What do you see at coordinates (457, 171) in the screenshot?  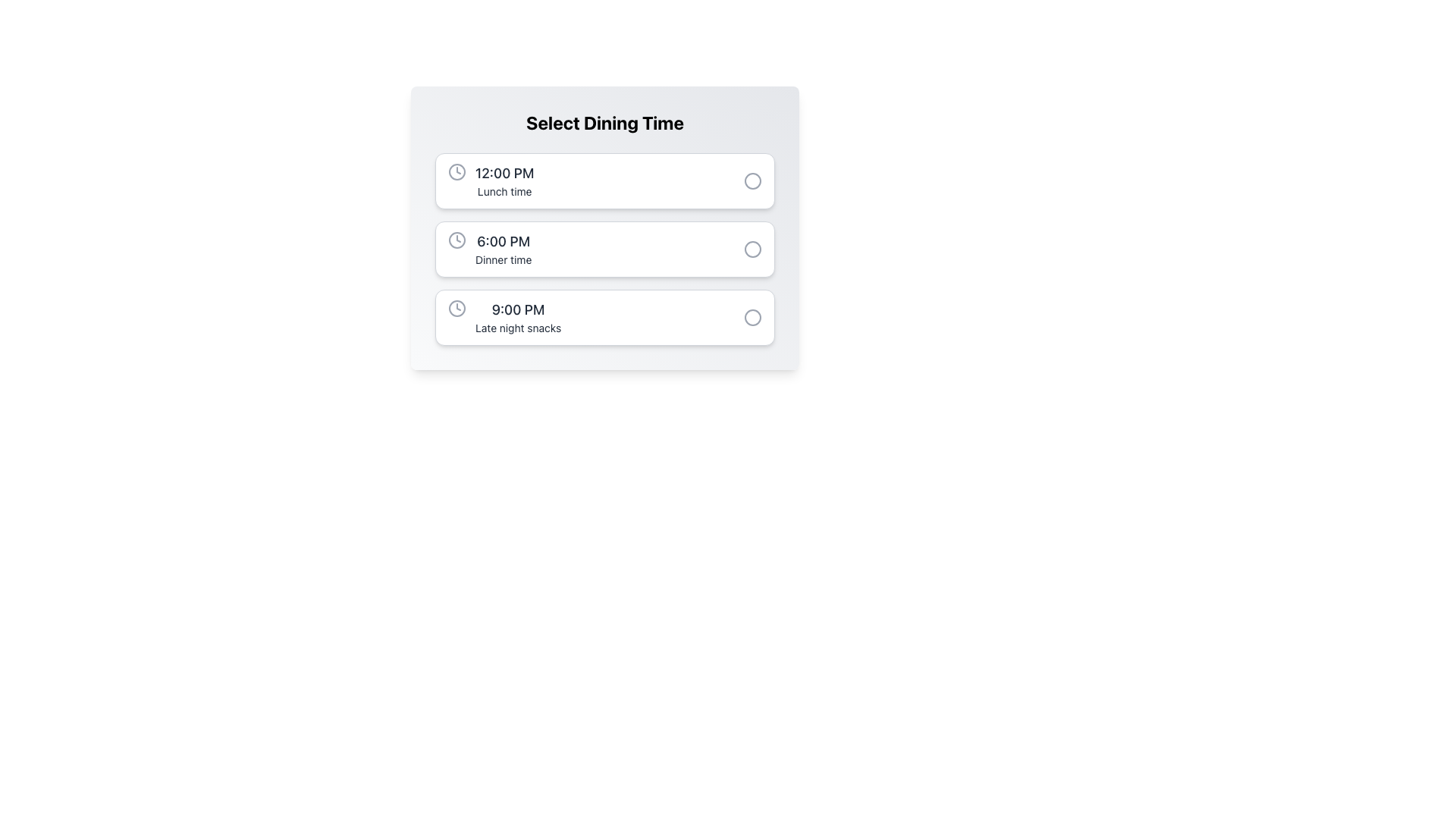 I see `the decorative icon representing the dining time, located to the left of '12:00 PM' in the first option of the Select Dining Time interface` at bounding box center [457, 171].